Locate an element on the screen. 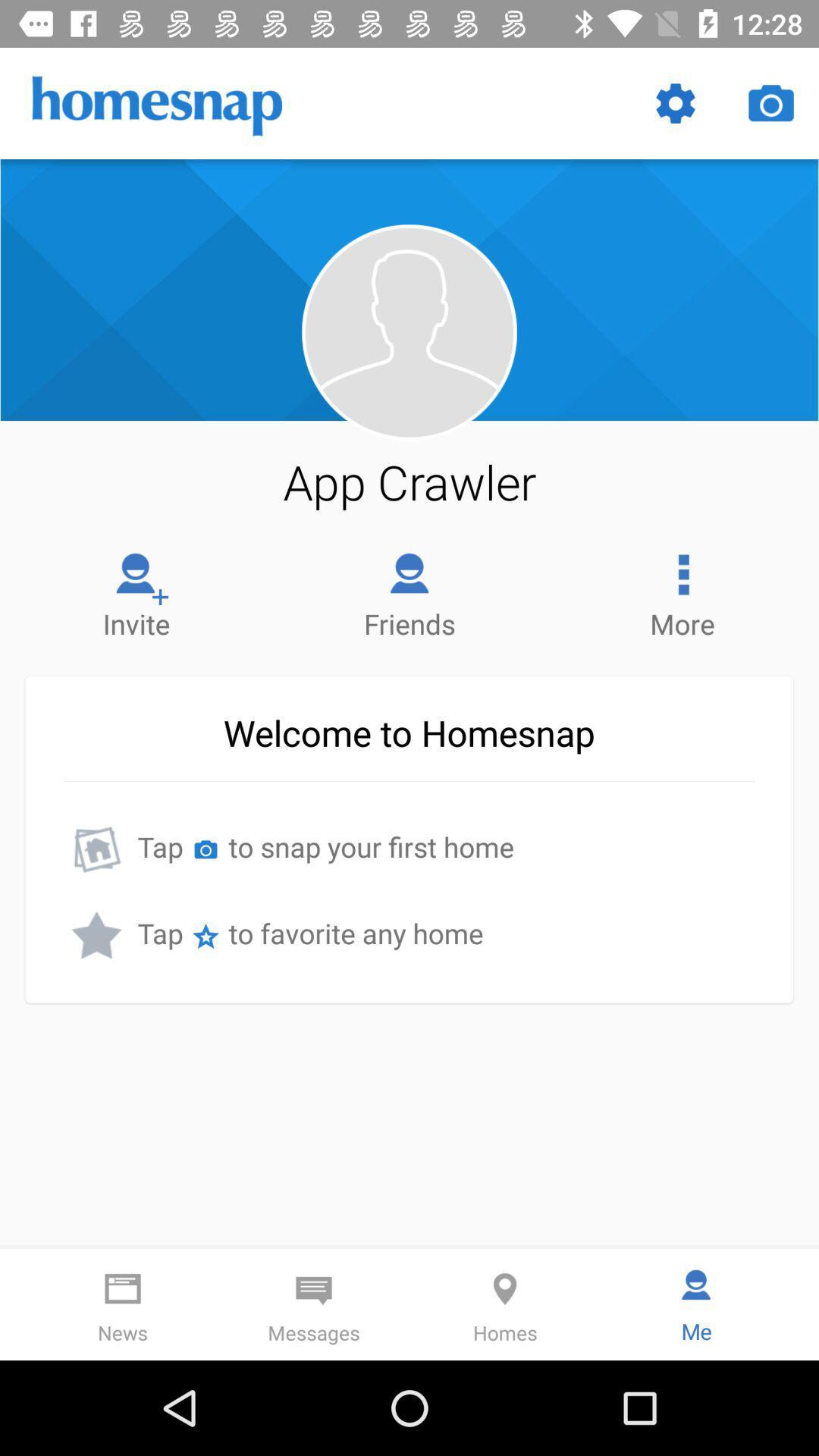 The image size is (819, 1456). the more item is located at coordinates (681, 591).